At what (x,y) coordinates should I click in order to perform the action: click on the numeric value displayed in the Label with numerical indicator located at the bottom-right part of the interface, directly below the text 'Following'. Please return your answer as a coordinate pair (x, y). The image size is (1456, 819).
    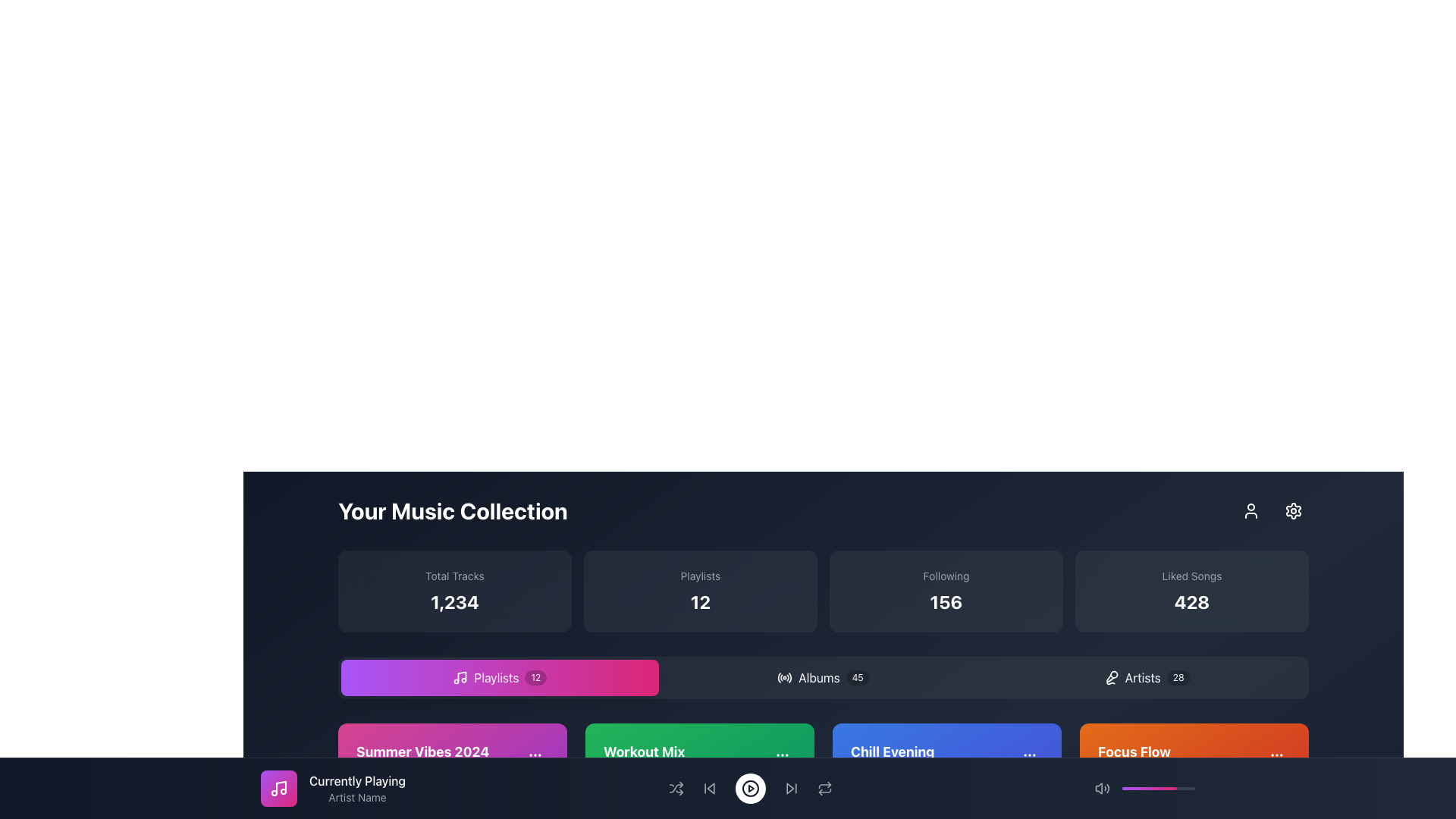
    Looking at the image, I should click on (946, 601).